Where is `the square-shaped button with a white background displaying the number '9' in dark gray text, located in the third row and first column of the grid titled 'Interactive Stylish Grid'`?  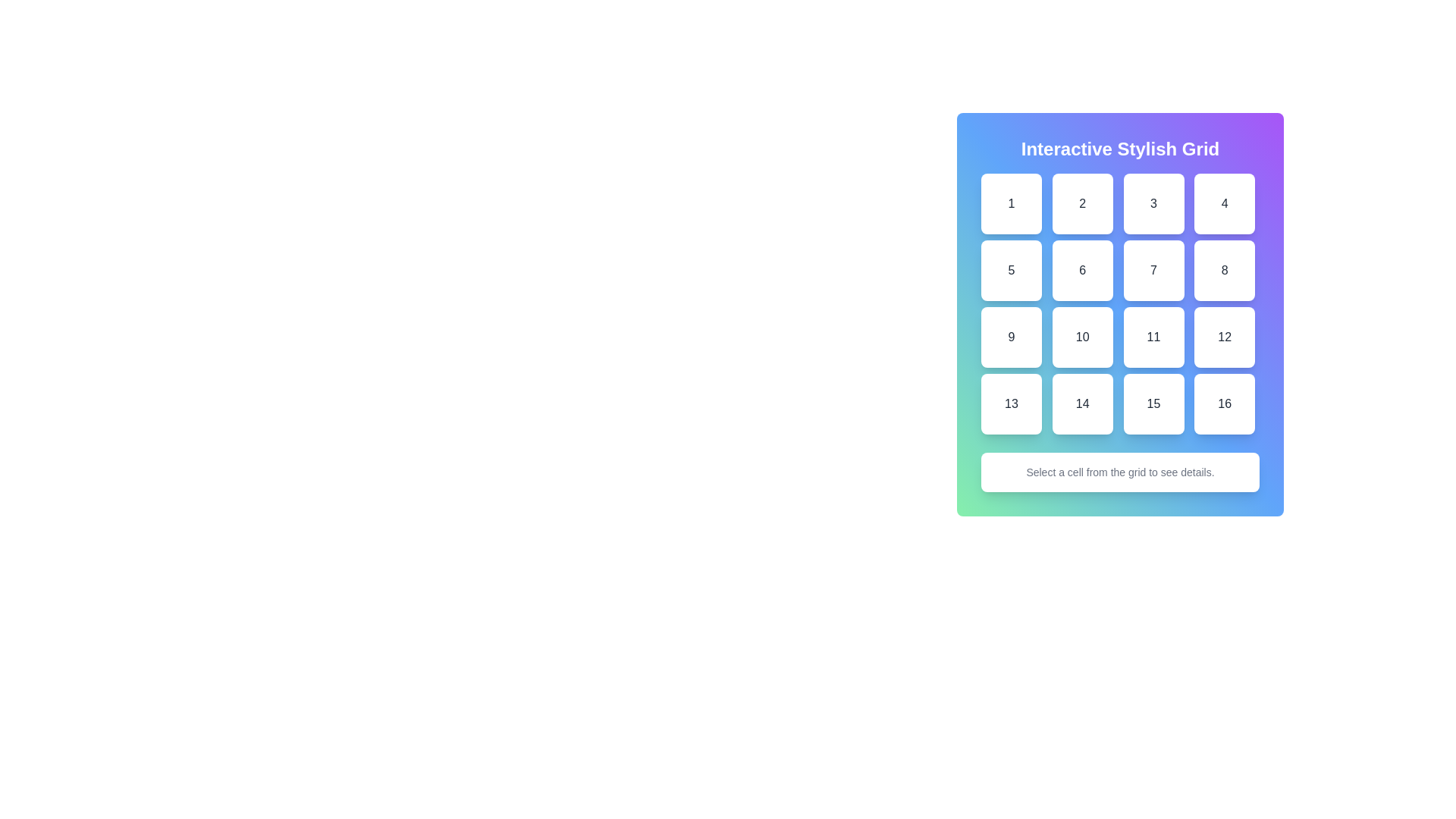 the square-shaped button with a white background displaying the number '9' in dark gray text, located in the third row and first column of the grid titled 'Interactive Stylish Grid' is located at coordinates (1012, 336).